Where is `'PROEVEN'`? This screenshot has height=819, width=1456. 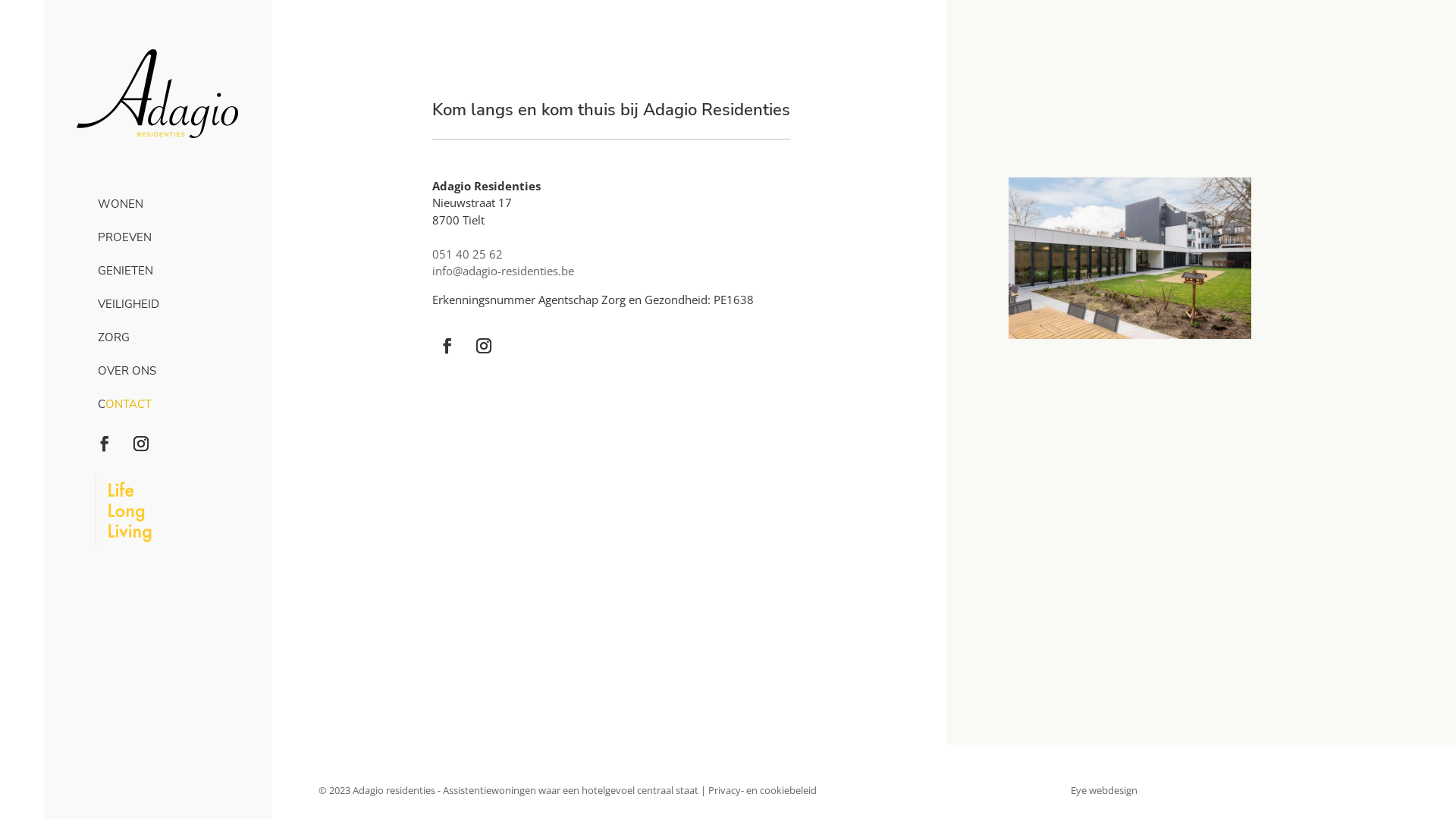
'PROEVEN' is located at coordinates (157, 237).